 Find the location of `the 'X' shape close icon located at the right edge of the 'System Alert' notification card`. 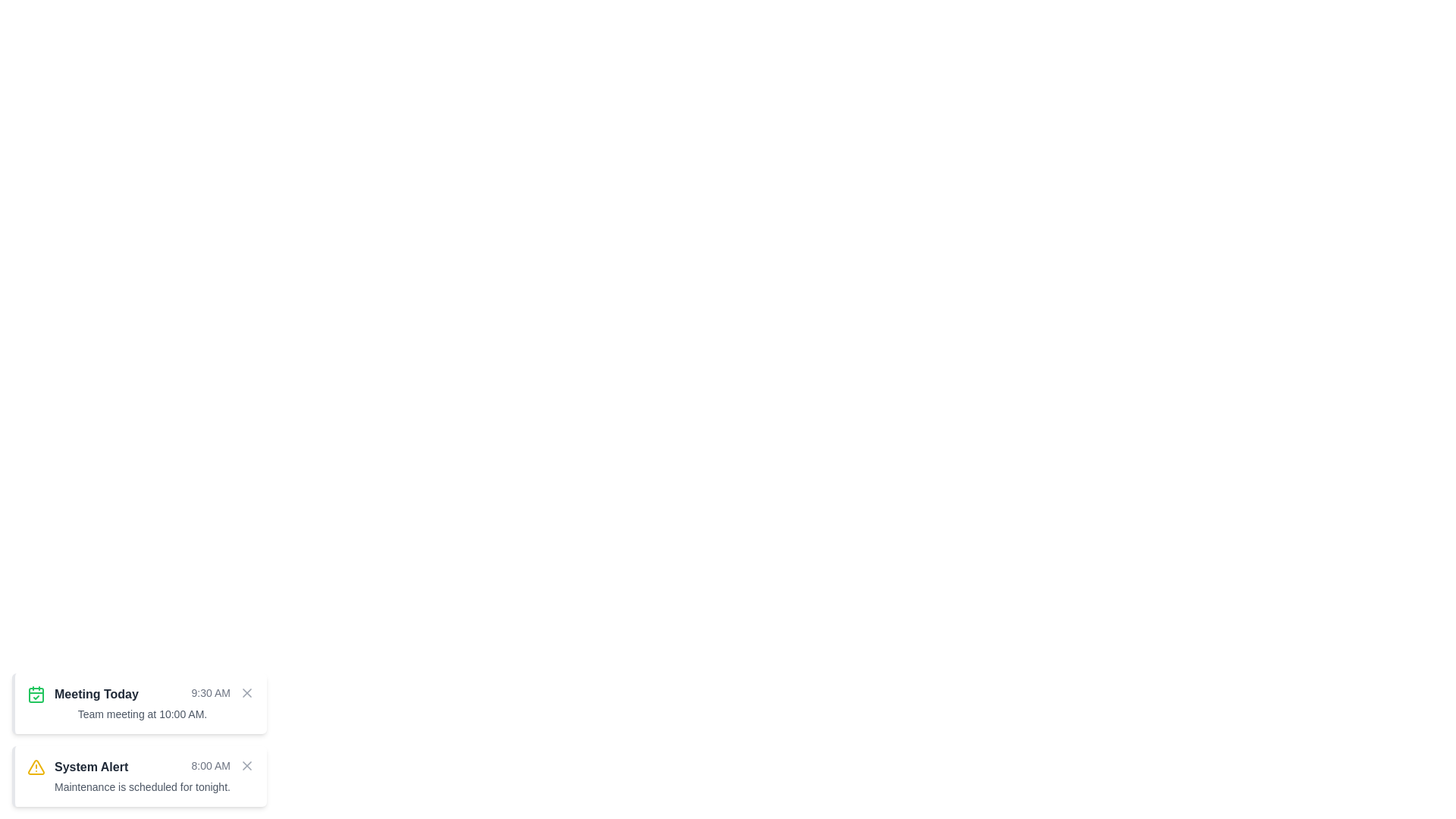

the 'X' shape close icon located at the right edge of the 'System Alert' notification card is located at coordinates (247, 766).